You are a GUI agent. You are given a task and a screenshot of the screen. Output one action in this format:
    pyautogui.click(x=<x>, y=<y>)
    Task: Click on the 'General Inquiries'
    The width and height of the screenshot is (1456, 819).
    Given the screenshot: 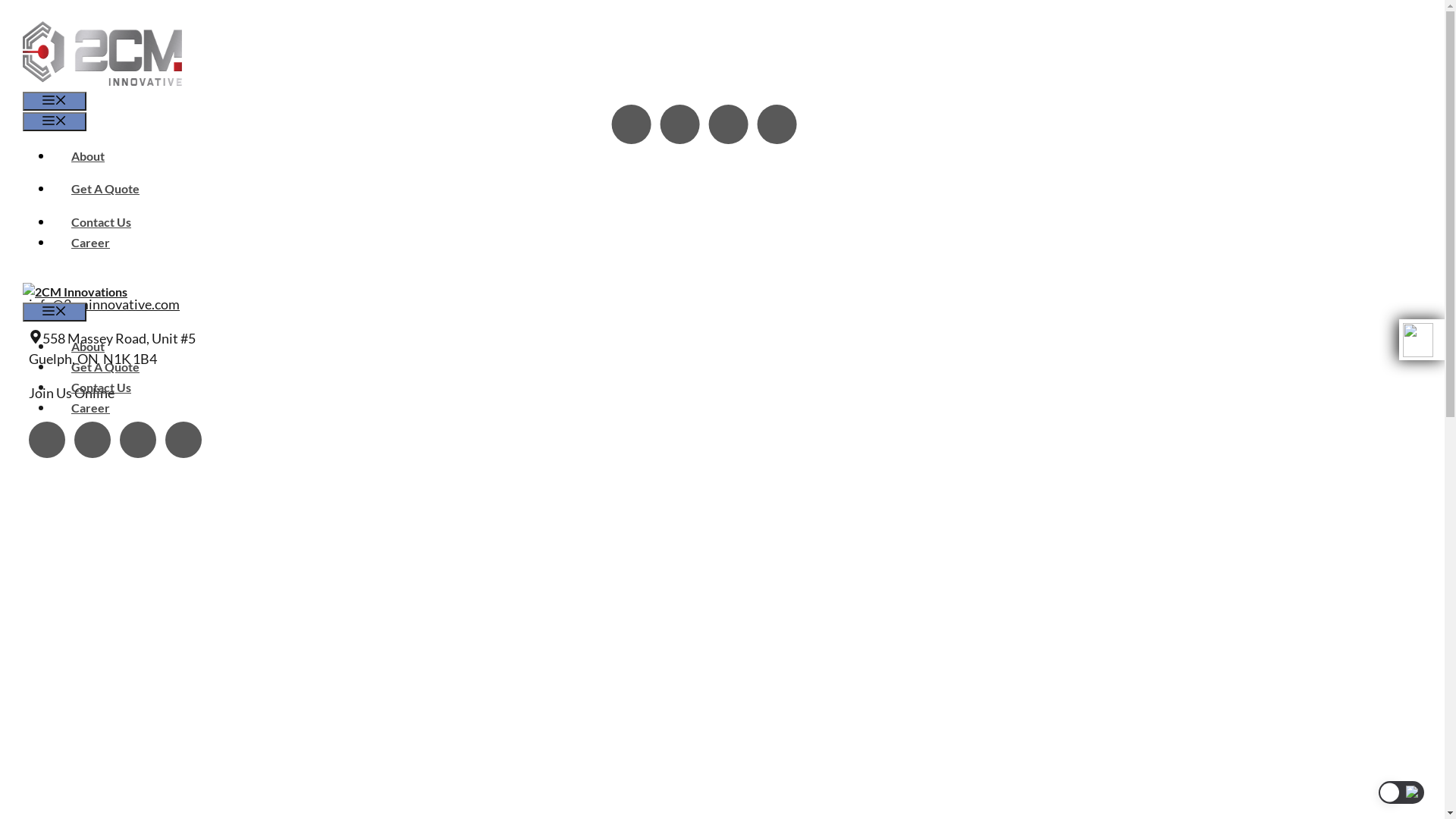 What is the action you would take?
    pyautogui.click(x=93, y=268)
    